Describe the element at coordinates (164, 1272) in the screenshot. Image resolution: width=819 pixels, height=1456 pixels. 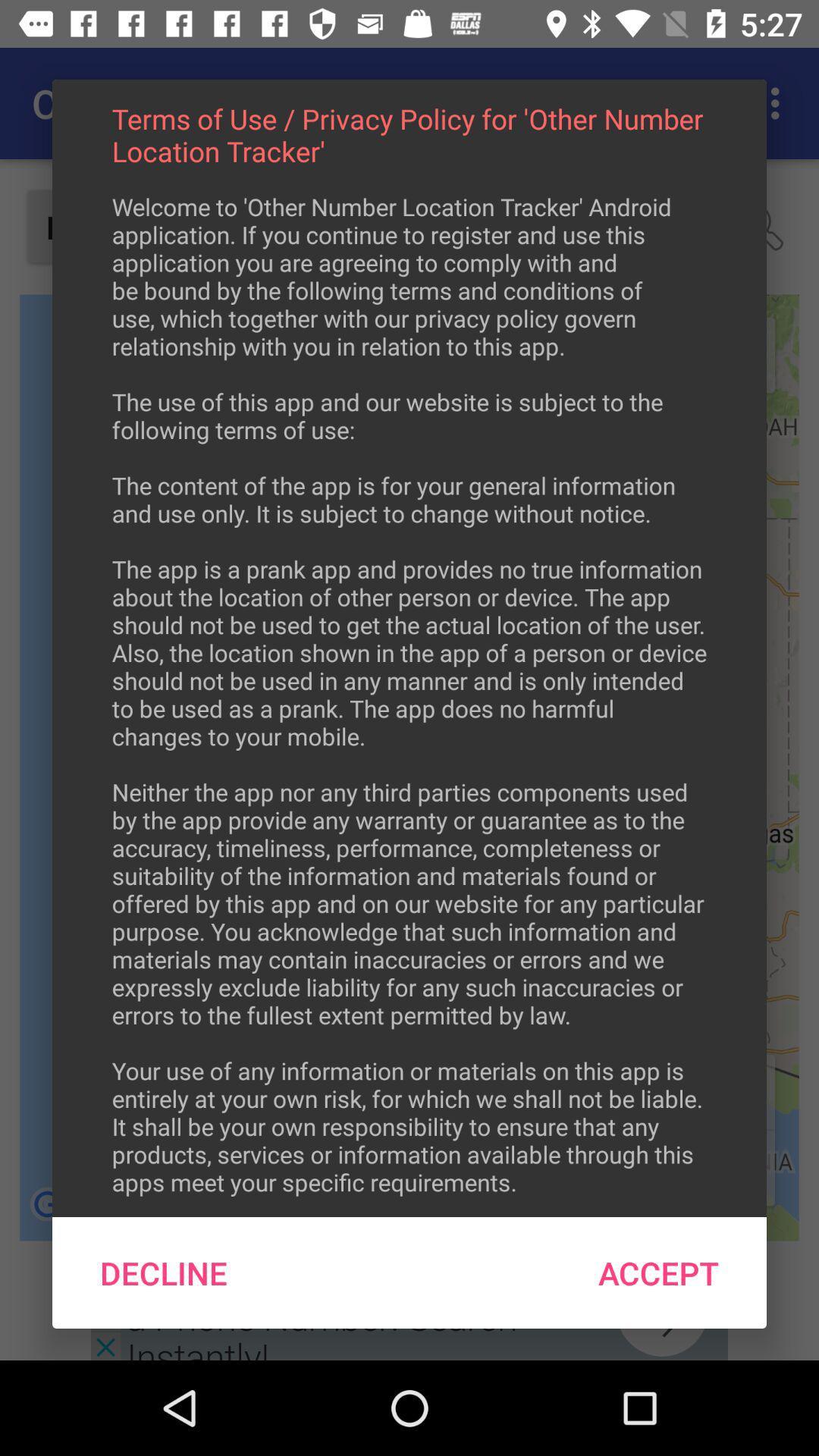
I see `the item to the left of the accept icon` at that location.